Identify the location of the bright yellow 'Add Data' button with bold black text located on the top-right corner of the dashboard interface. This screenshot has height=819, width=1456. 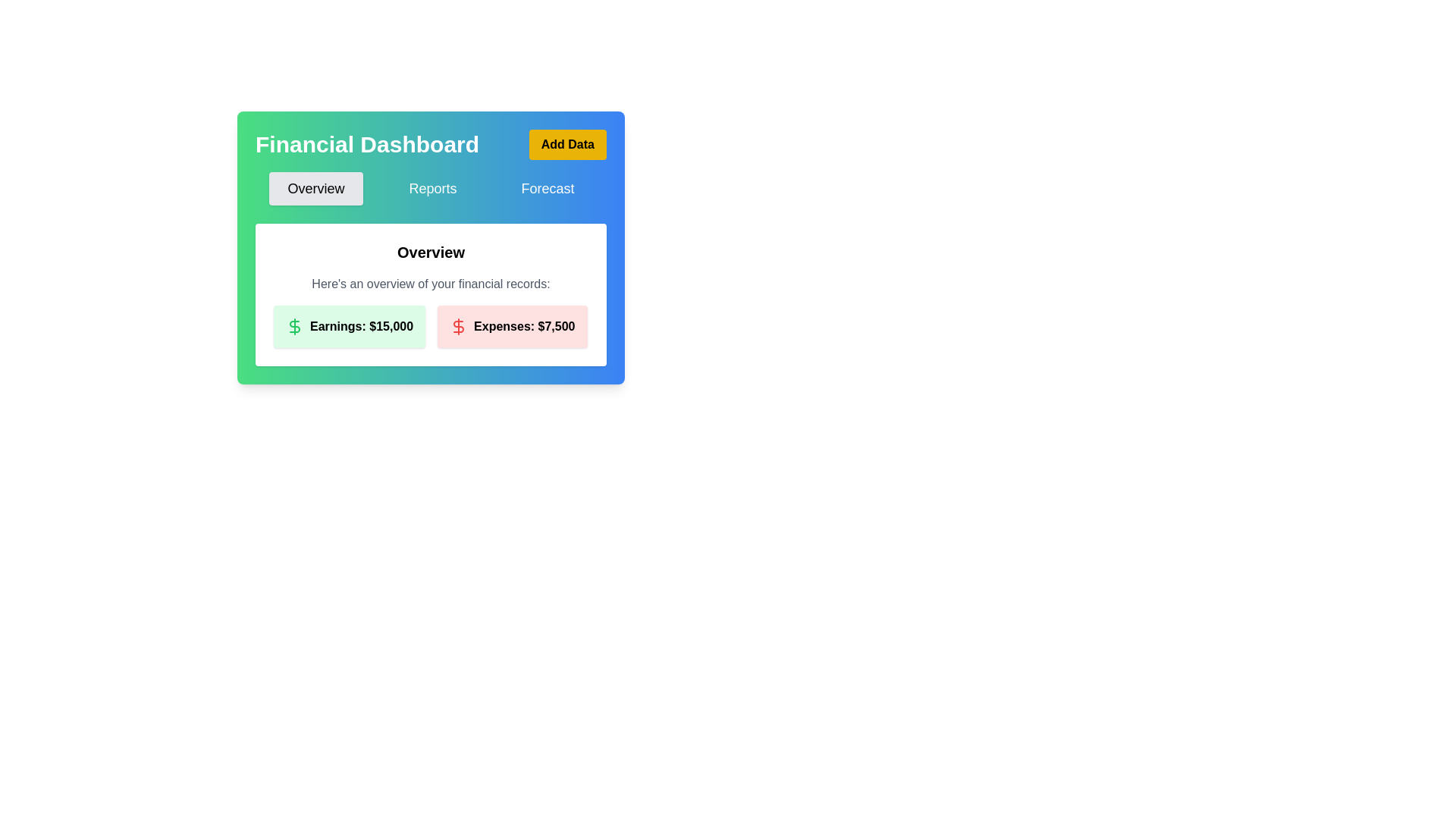
(566, 145).